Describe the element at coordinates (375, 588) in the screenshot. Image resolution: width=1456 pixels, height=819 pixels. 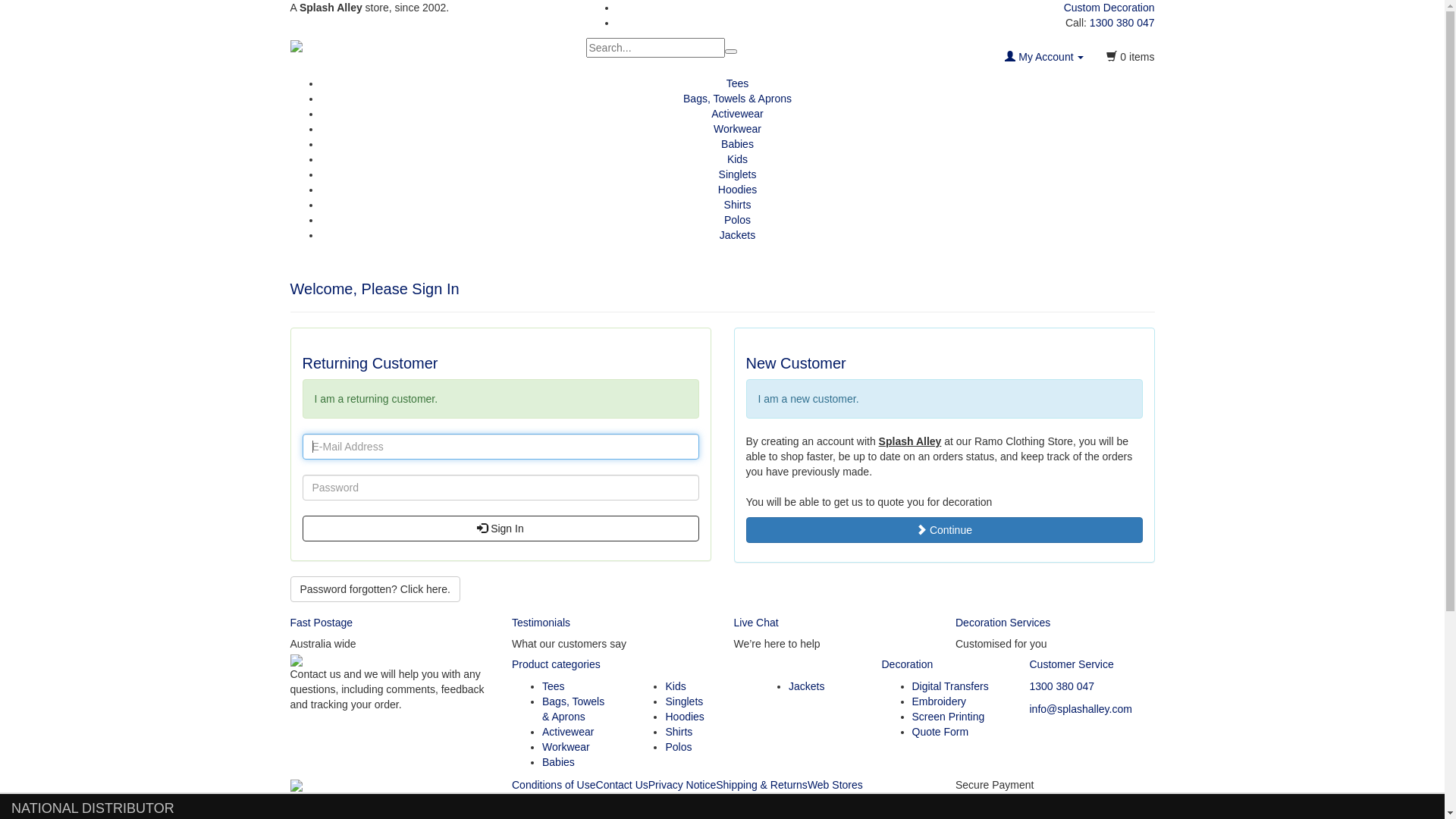
I see `'Password forgotten? Click here.'` at that location.